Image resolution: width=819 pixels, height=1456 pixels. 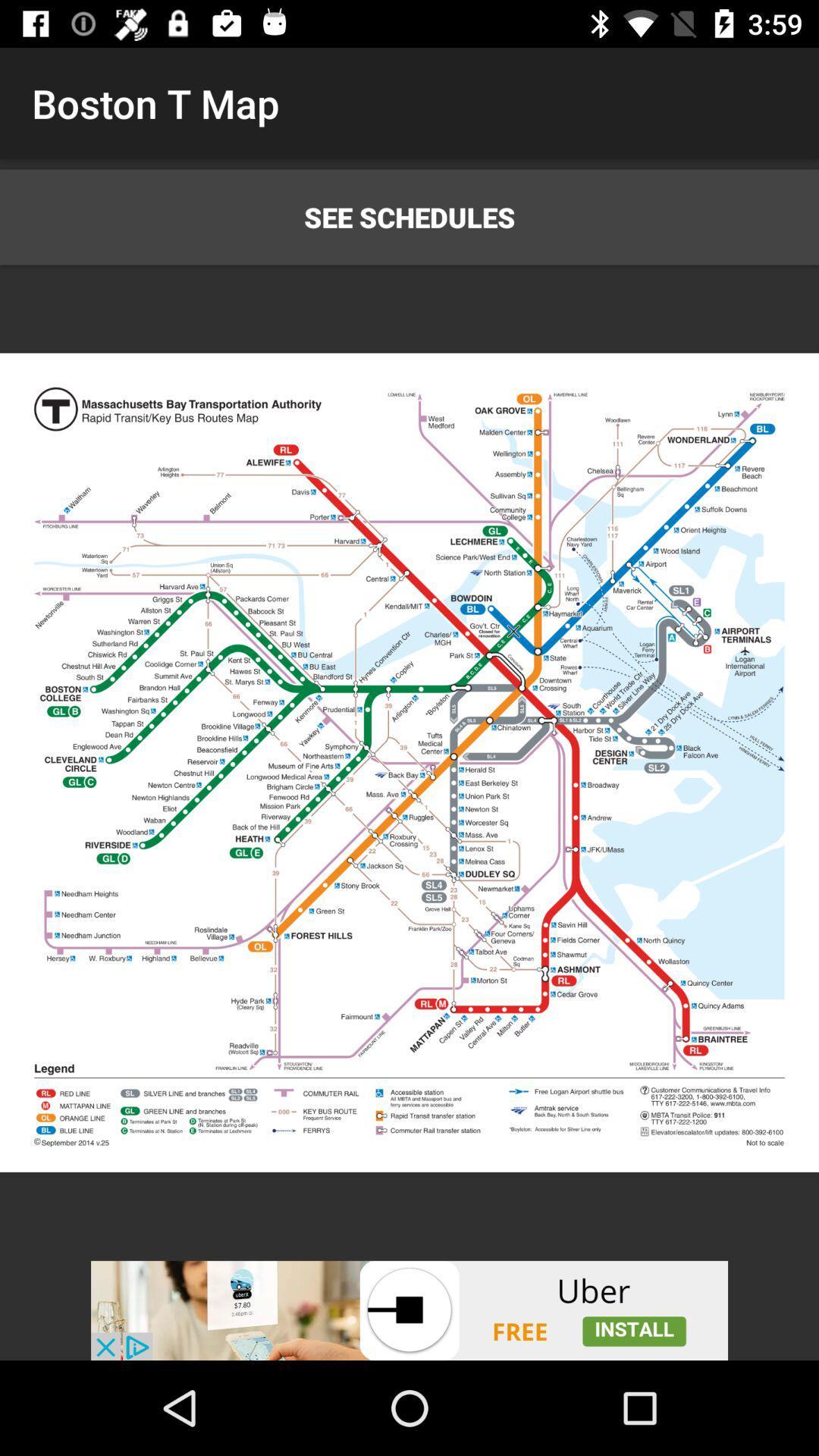 I want to click on unrelated advertisement, so click(x=409, y=1310).